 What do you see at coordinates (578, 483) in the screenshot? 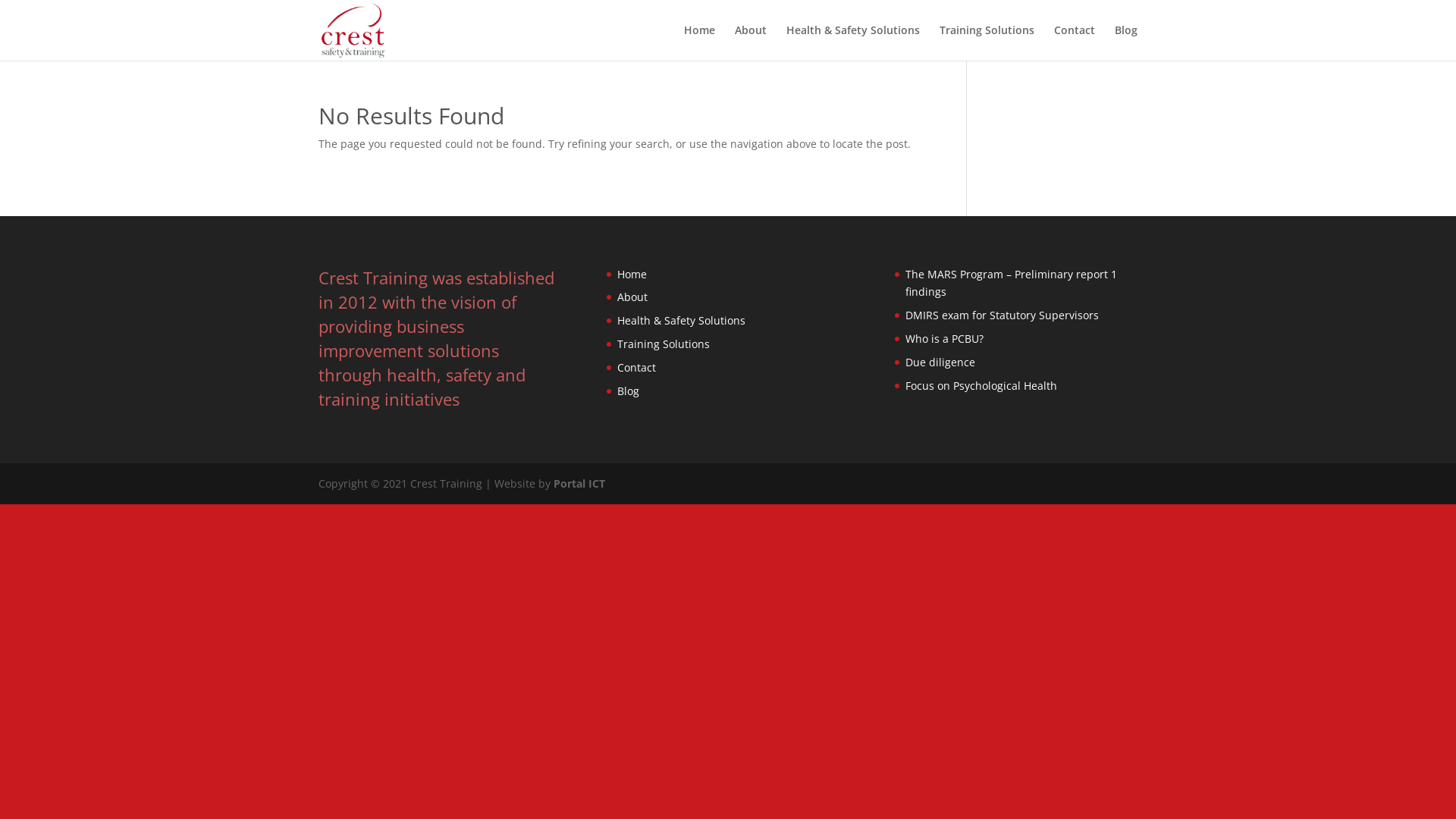
I see `'Portal ICT'` at bounding box center [578, 483].